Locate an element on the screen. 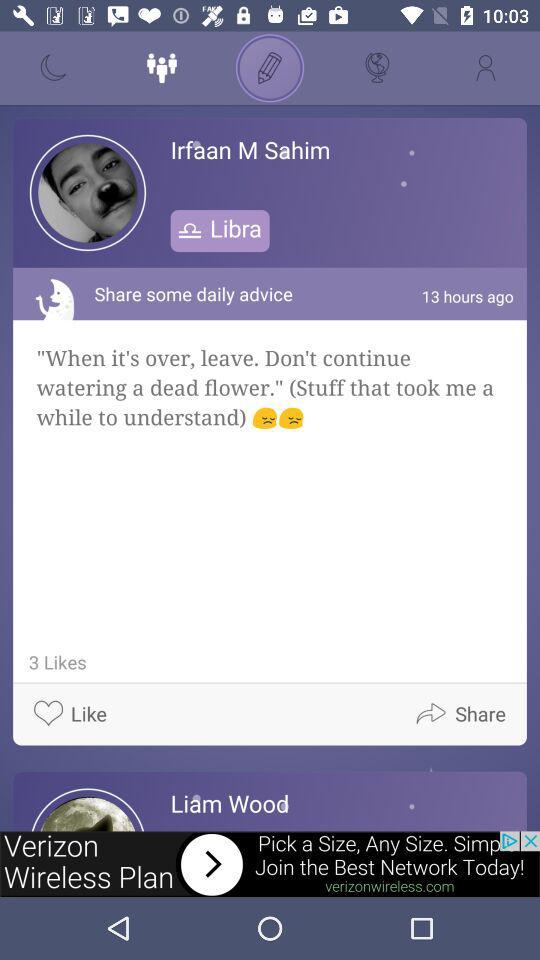 The image size is (540, 960). edit daily advice is located at coordinates (270, 68).